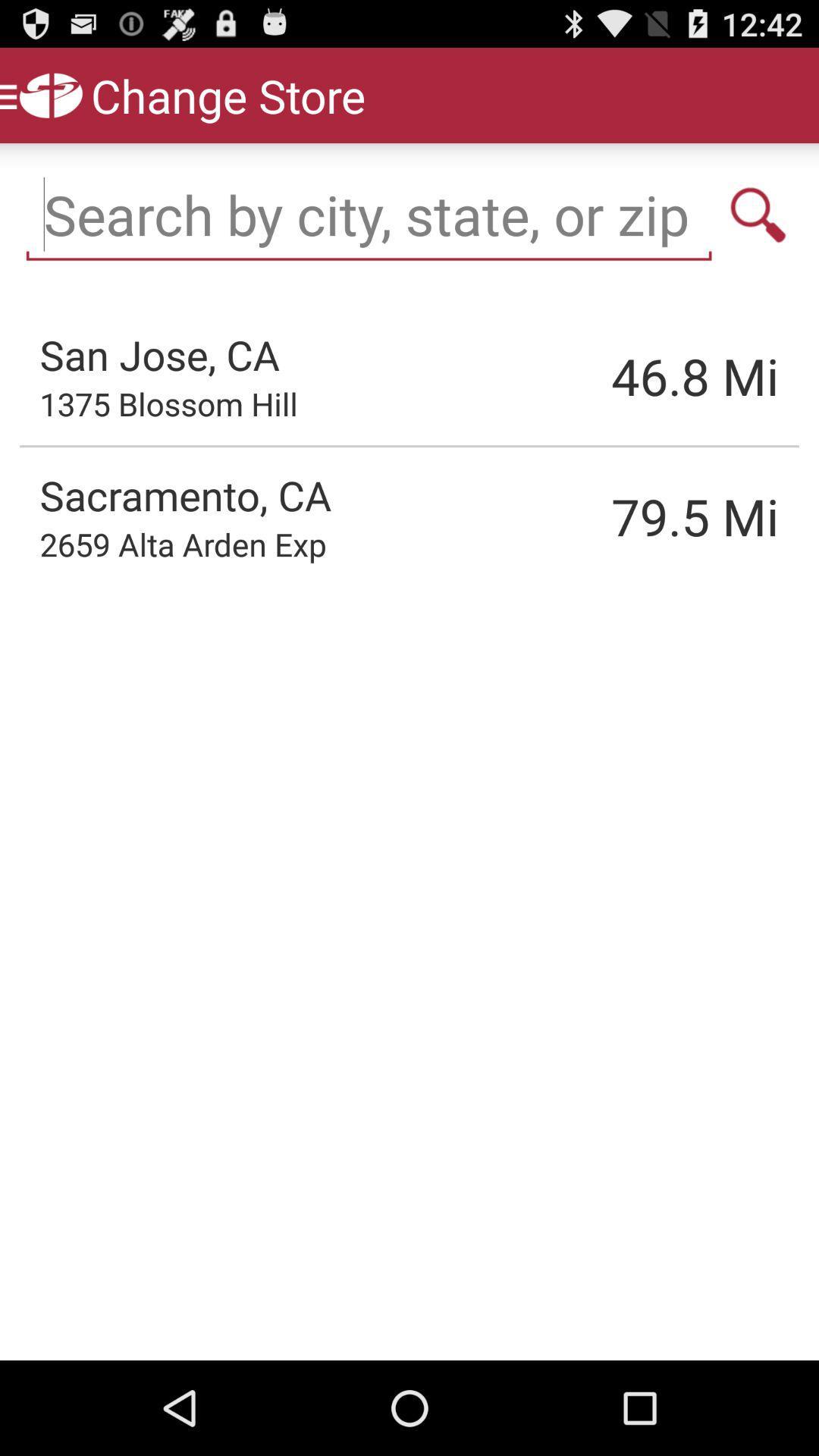 Image resolution: width=819 pixels, height=1456 pixels. I want to click on item to the left of the 79.5 icon, so click(182, 544).